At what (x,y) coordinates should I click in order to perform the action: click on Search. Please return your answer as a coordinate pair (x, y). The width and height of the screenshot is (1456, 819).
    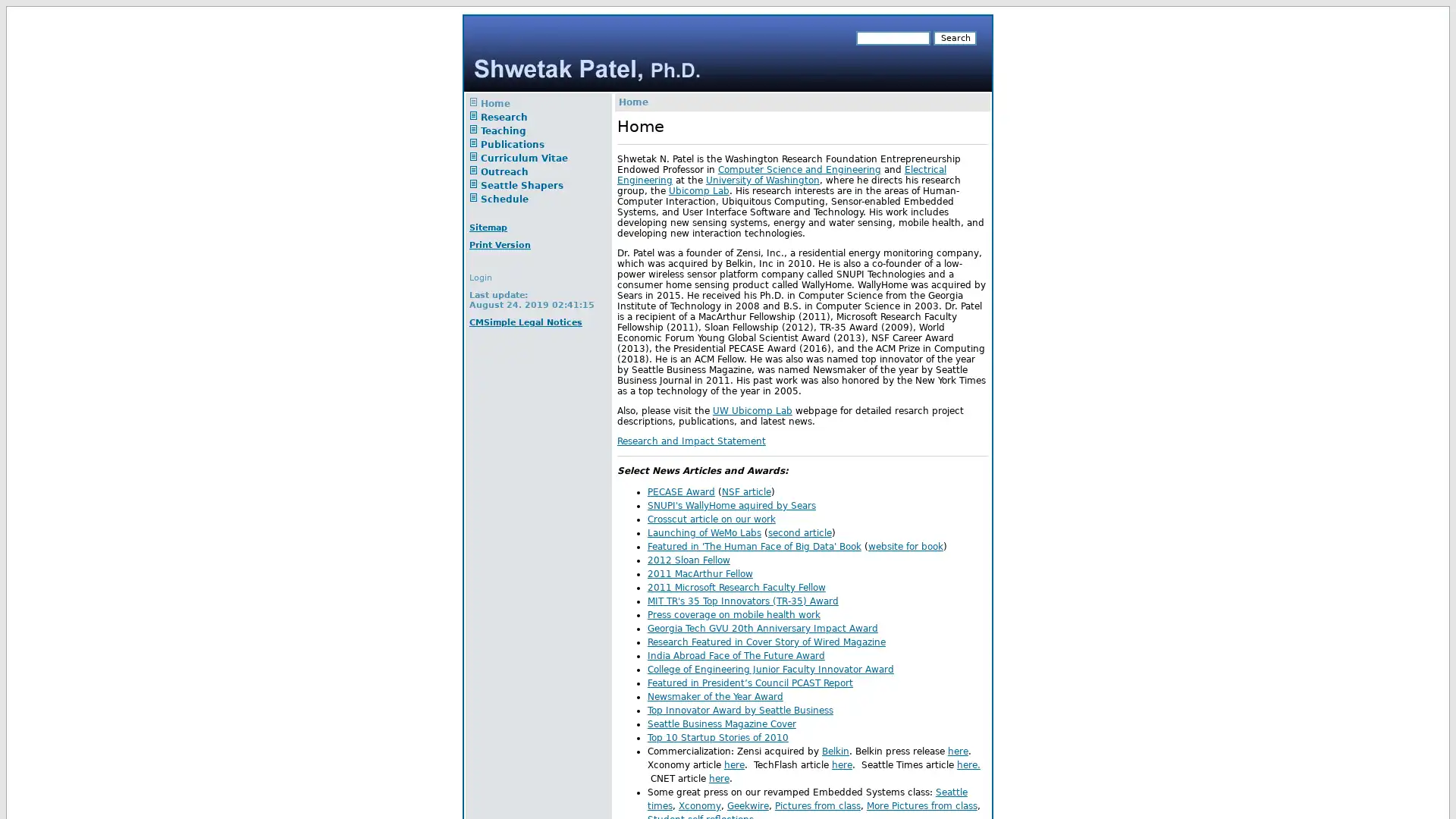
    Looking at the image, I should click on (954, 37).